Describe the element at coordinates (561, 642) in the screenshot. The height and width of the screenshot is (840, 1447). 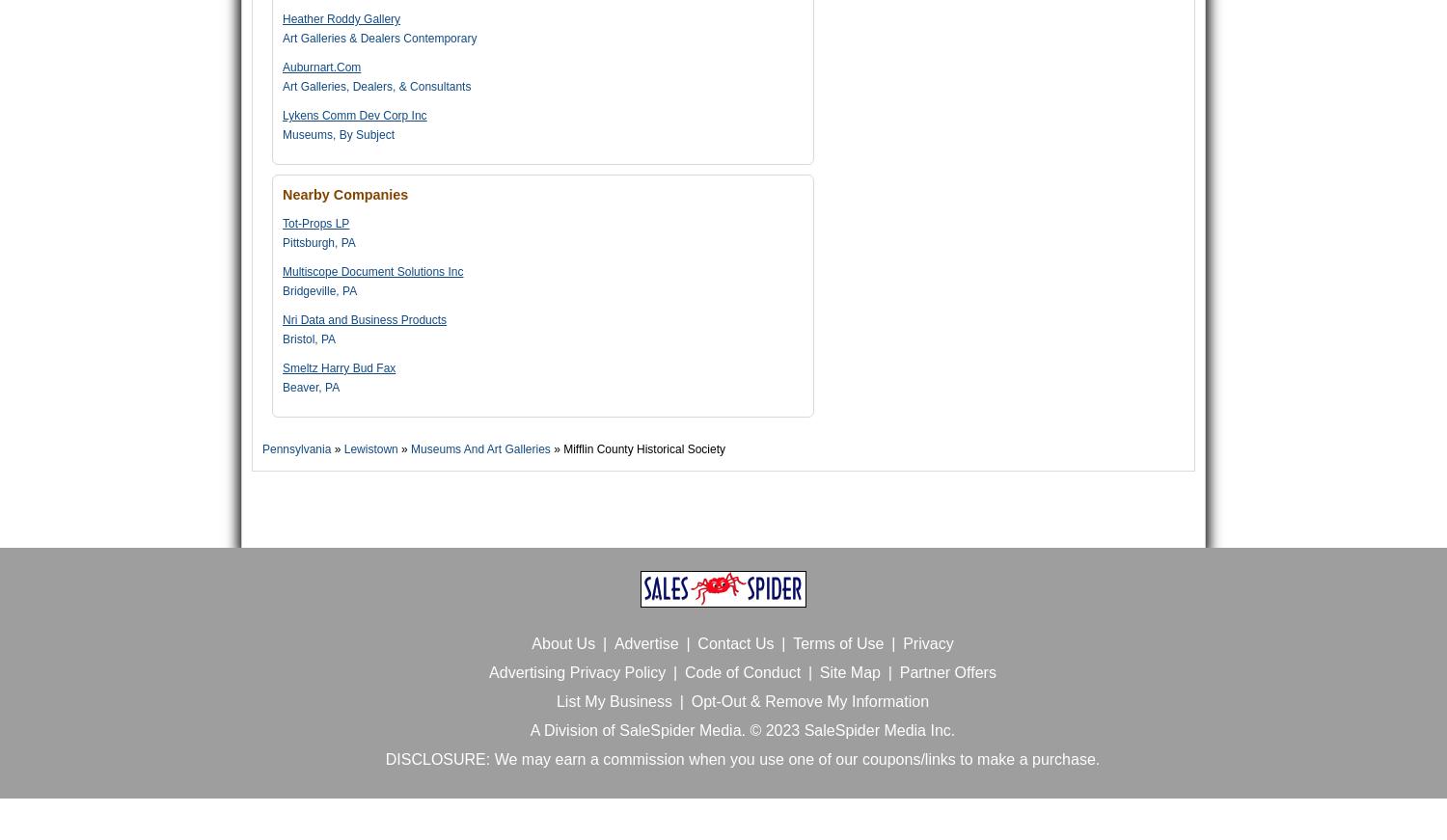
I see `'About Us'` at that location.